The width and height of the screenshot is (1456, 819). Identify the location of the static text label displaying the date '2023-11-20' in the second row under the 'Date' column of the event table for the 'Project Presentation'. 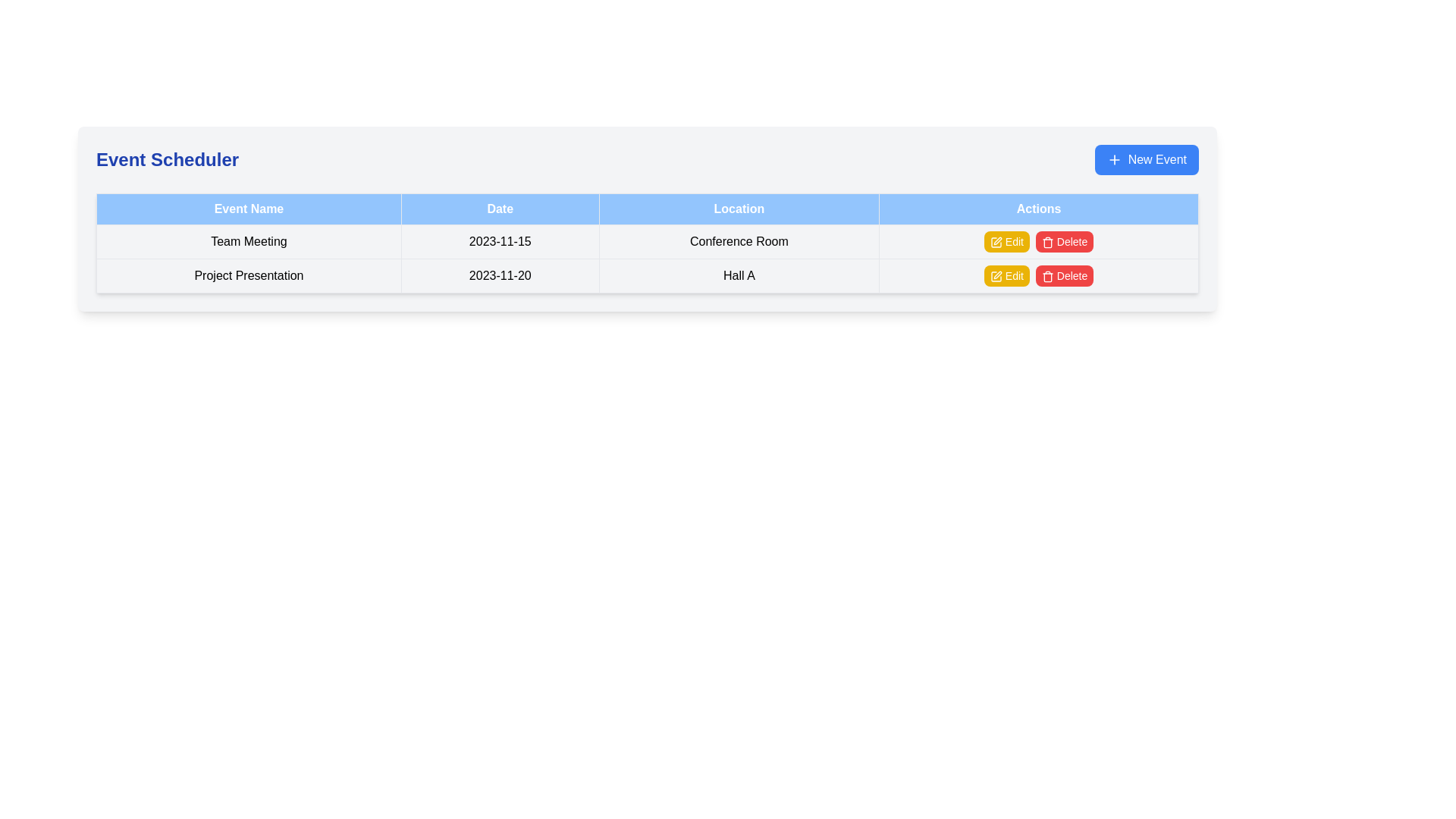
(500, 275).